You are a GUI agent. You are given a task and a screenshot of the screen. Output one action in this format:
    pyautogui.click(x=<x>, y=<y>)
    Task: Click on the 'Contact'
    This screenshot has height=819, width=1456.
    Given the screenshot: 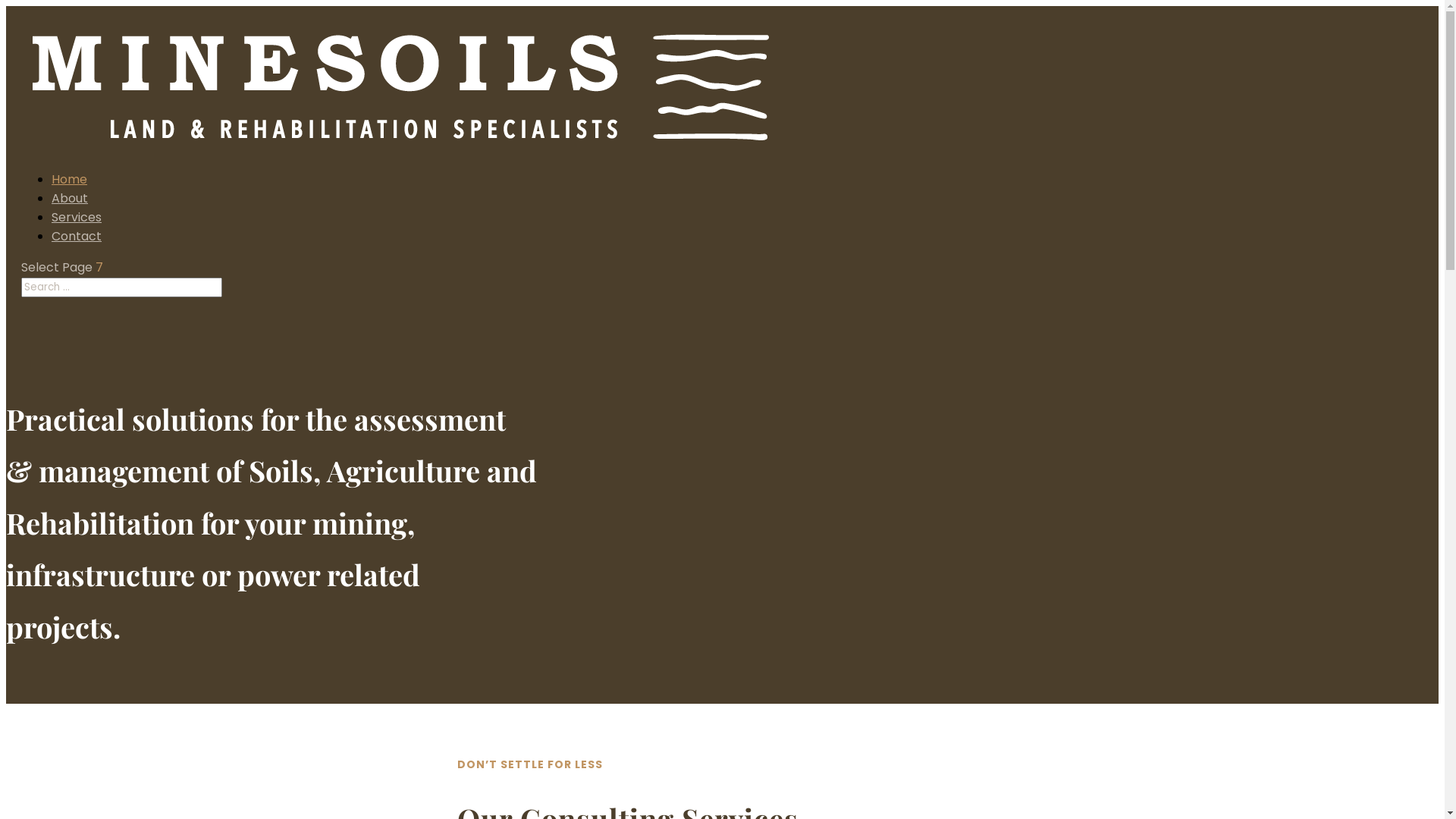 What is the action you would take?
    pyautogui.click(x=75, y=236)
    